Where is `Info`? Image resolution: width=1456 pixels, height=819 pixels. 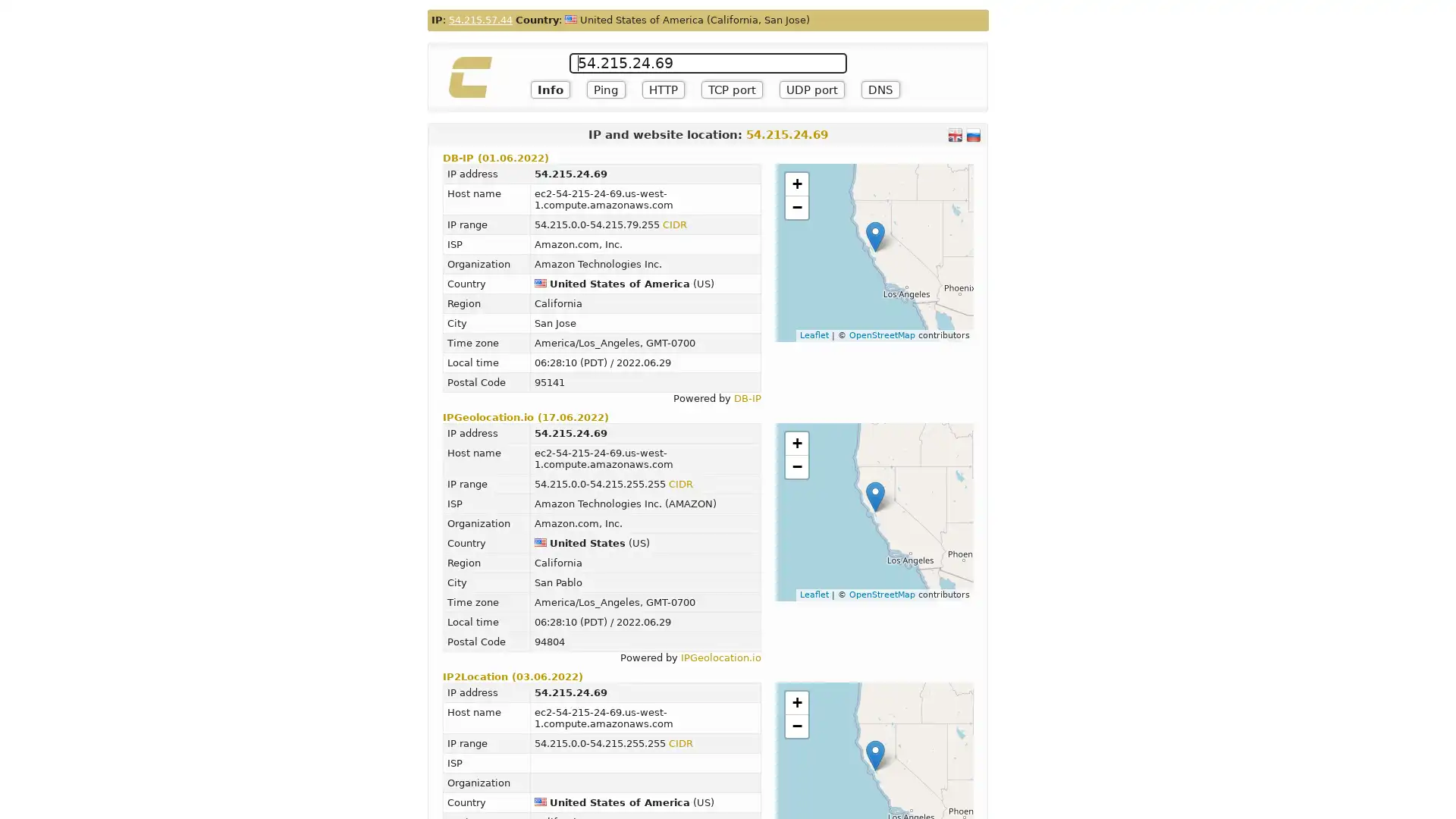
Info is located at coordinates (548, 89).